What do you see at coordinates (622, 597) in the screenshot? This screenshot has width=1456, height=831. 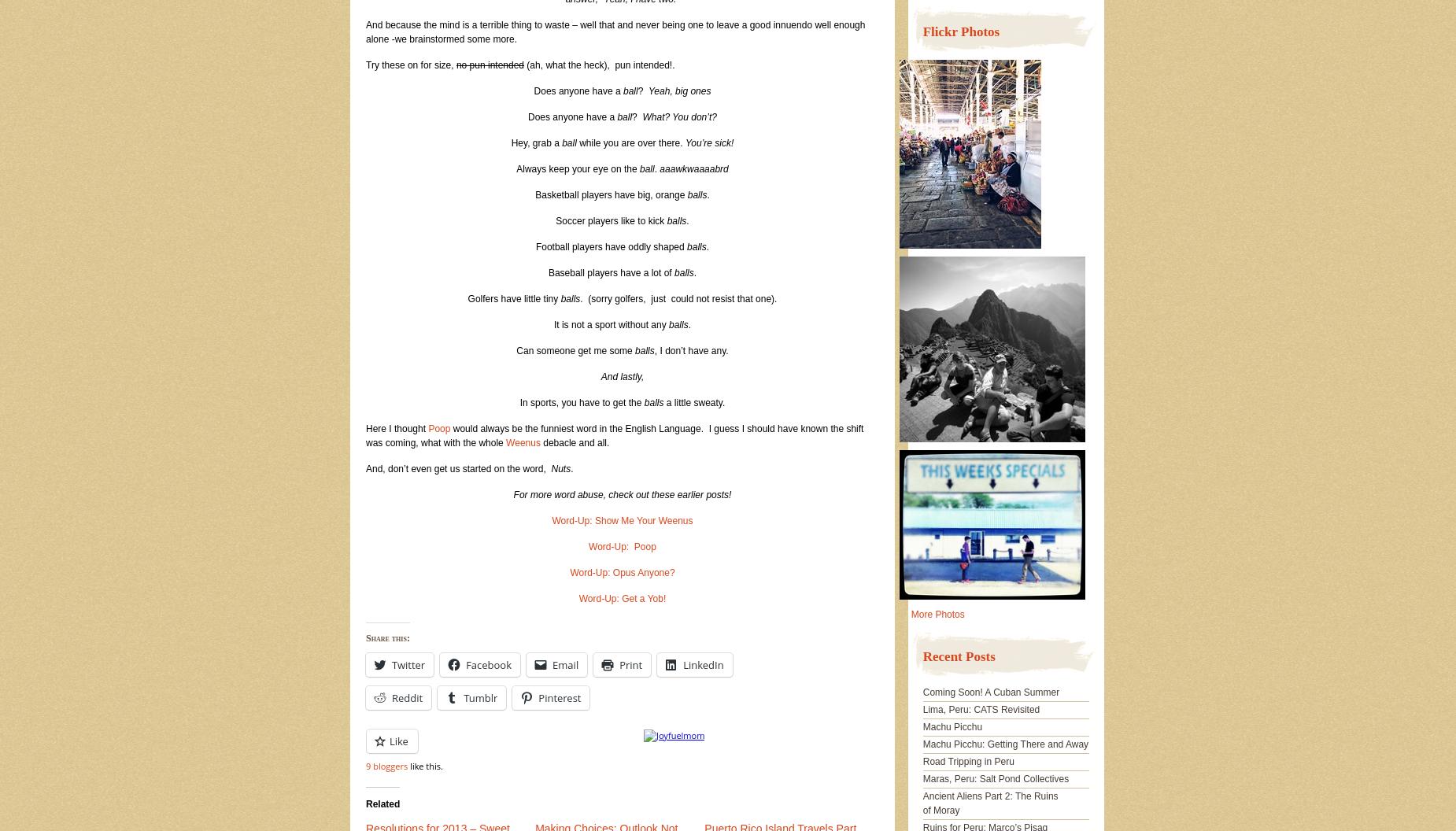 I see `'Word-Up: Get a Yob!'` at bounding box center [622, 597].